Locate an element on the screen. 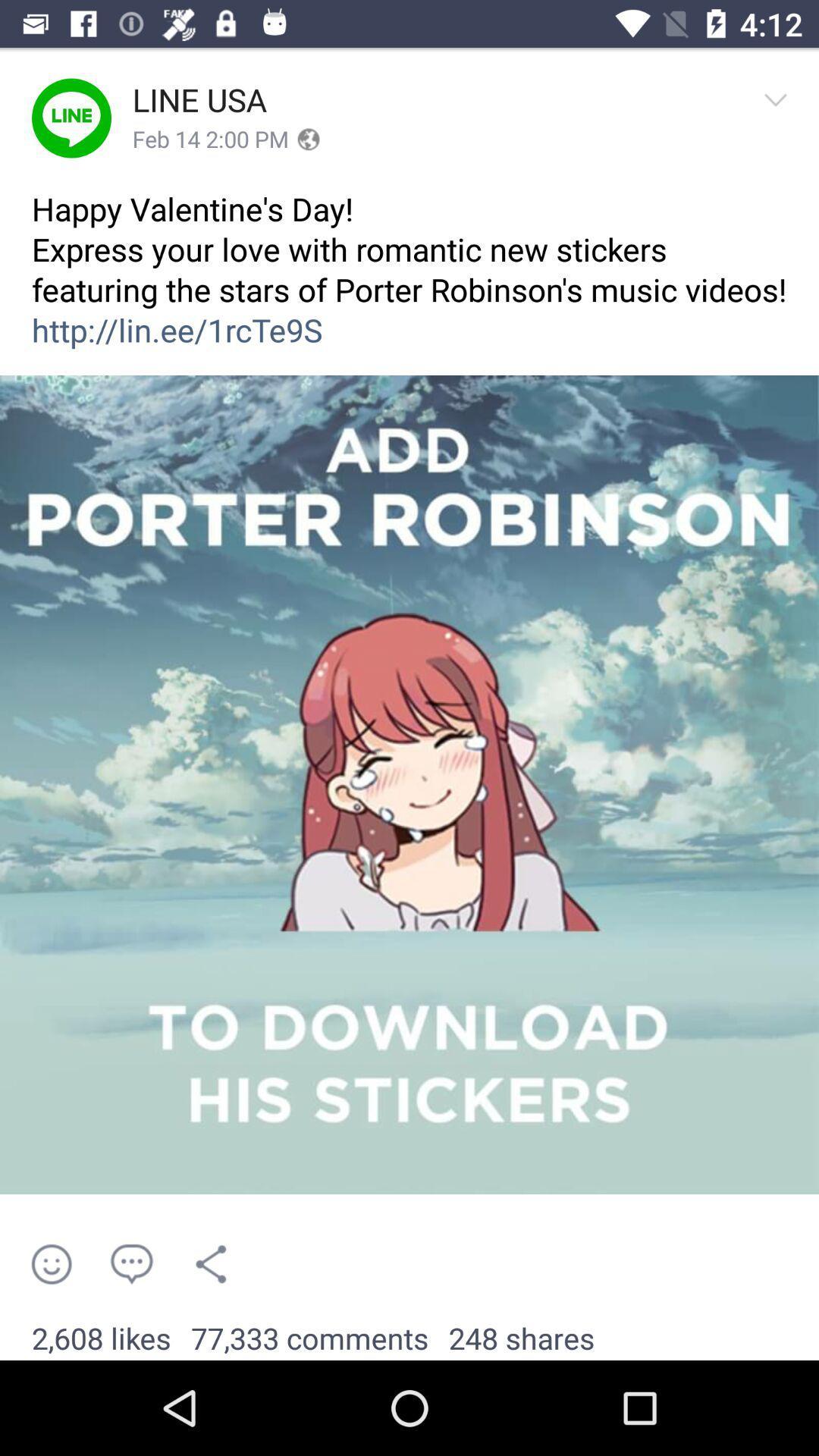 The image size is (819, 1456). the item above 2,608 likes item is located at coordinates (51, 1264).